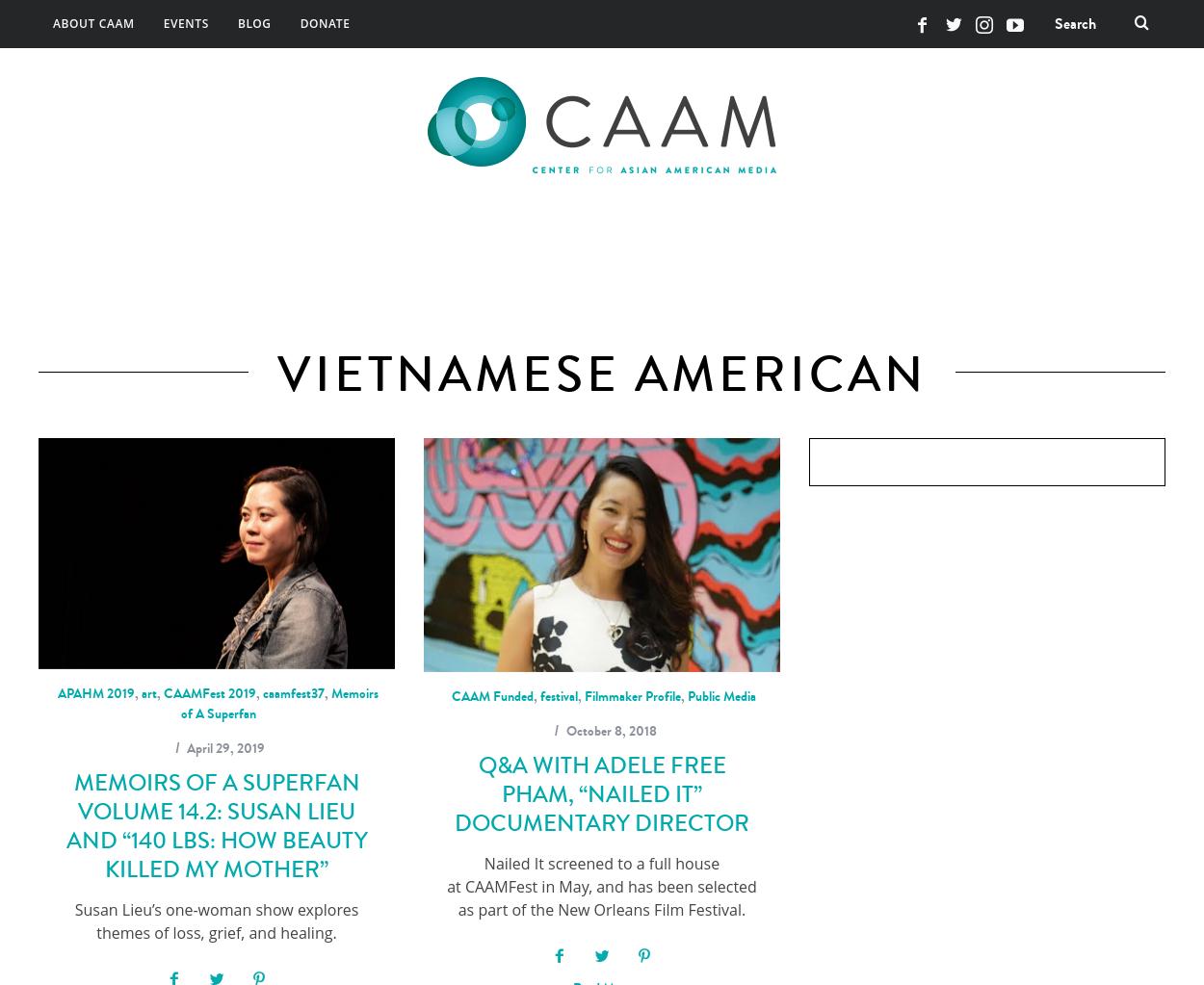  What do you see at coordinates (600, 884) in the screenshot?
I see `'Nailed It screened to a full house at CAAMFest in May, and has been selected as part of the New Orleans Film Festival.'` at bounding box center [600, 884].